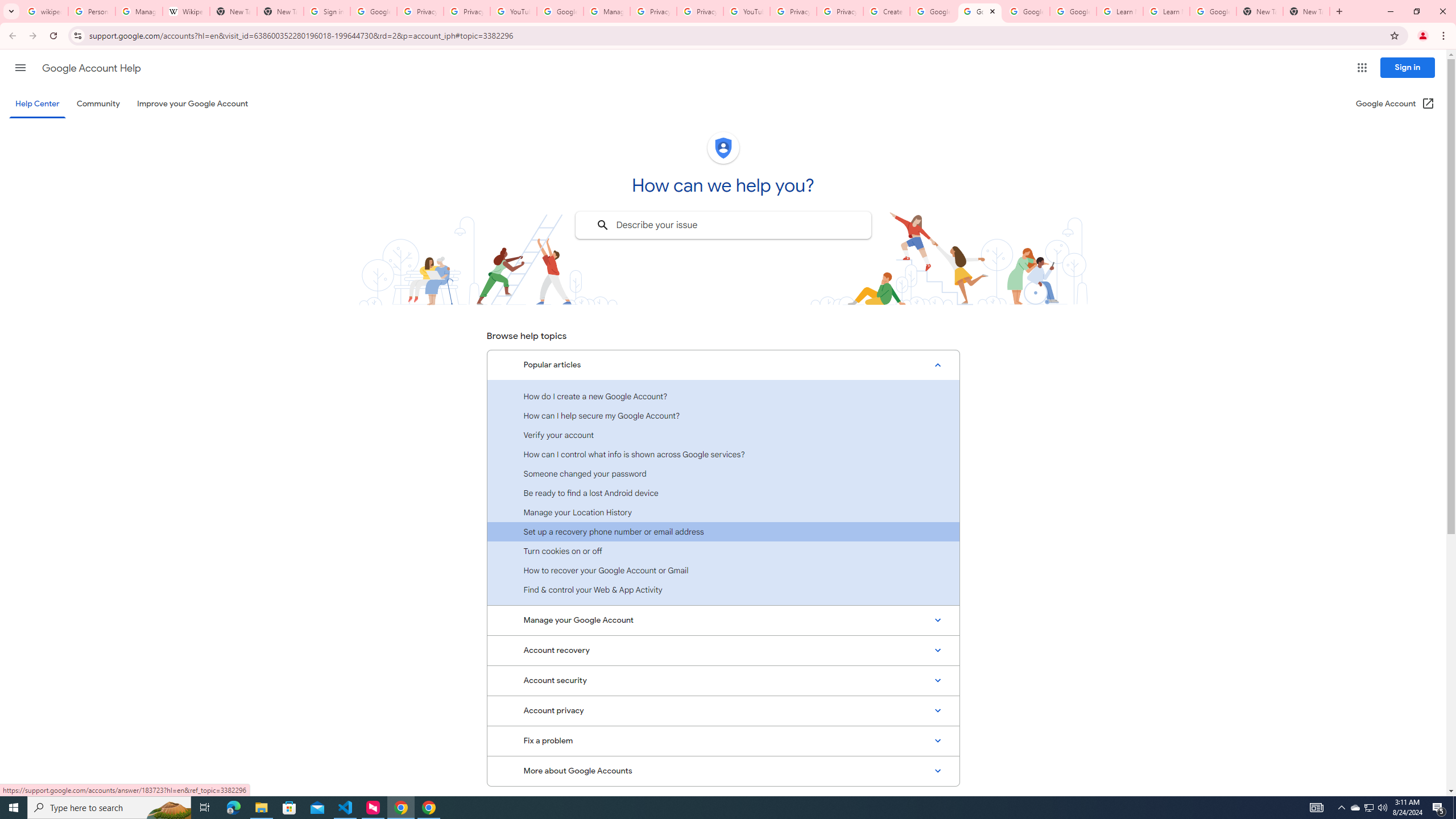  I want to click on 'Sign in - Google Accounts', so click(326, 11).